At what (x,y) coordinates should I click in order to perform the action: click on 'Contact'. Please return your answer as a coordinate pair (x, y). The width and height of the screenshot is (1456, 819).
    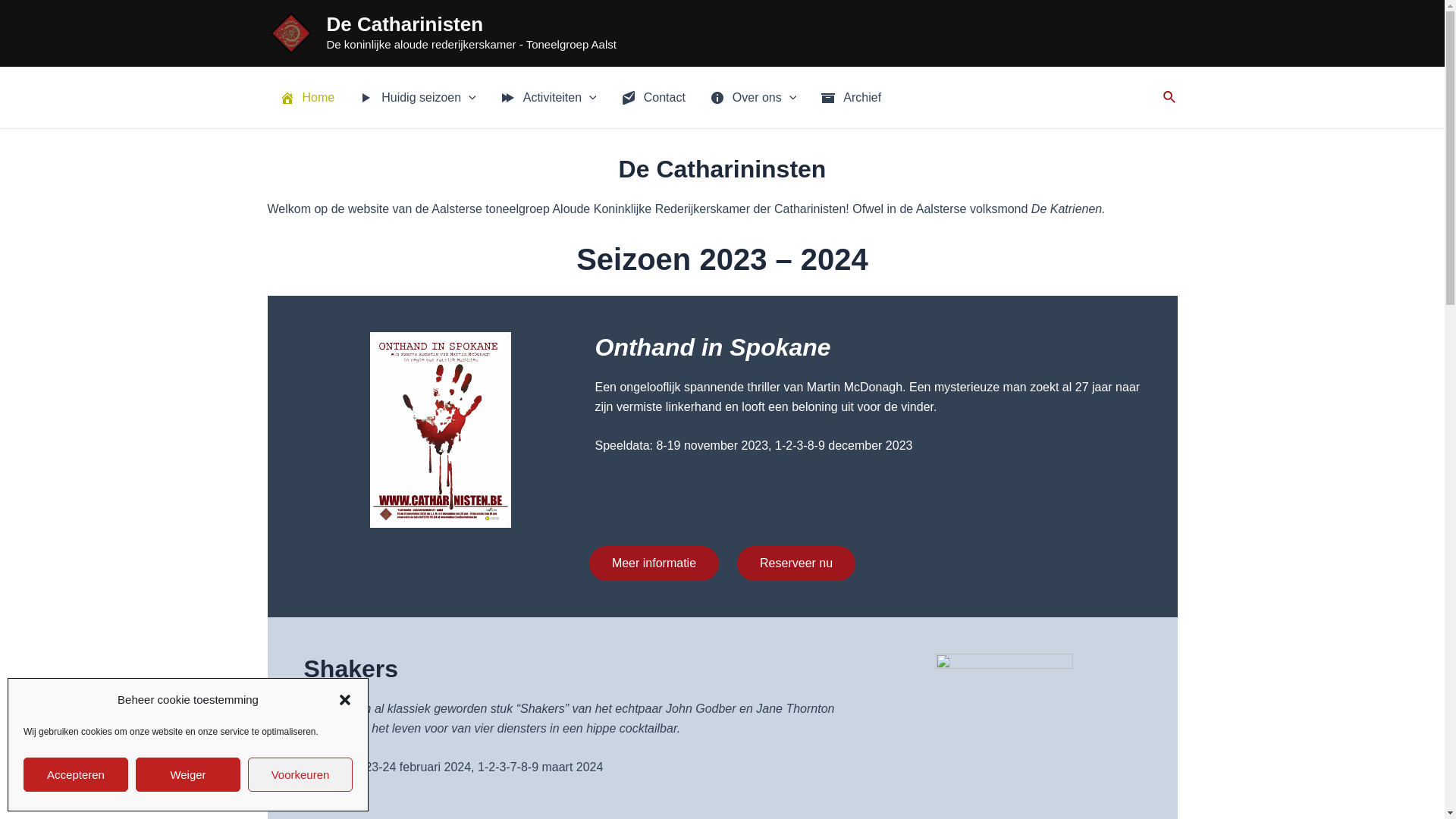
    Looking at the image, I should click on (653, 97).